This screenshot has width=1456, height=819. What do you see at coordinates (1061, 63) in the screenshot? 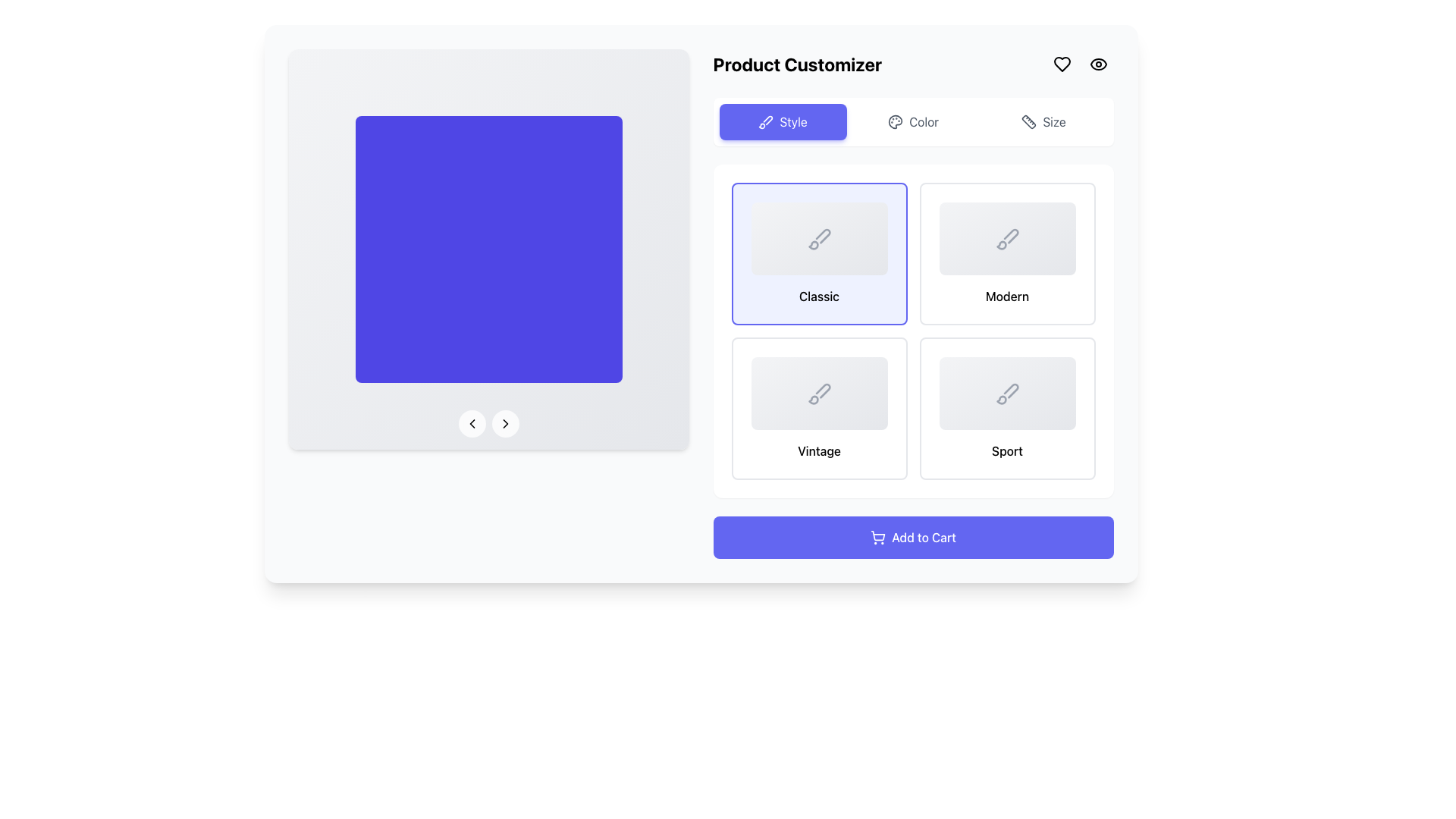
I see `the heart-shaped icon with a black outline located in the top-right section of the interface to potentially reveal a tooltip` at bounding box center [1061, 63].